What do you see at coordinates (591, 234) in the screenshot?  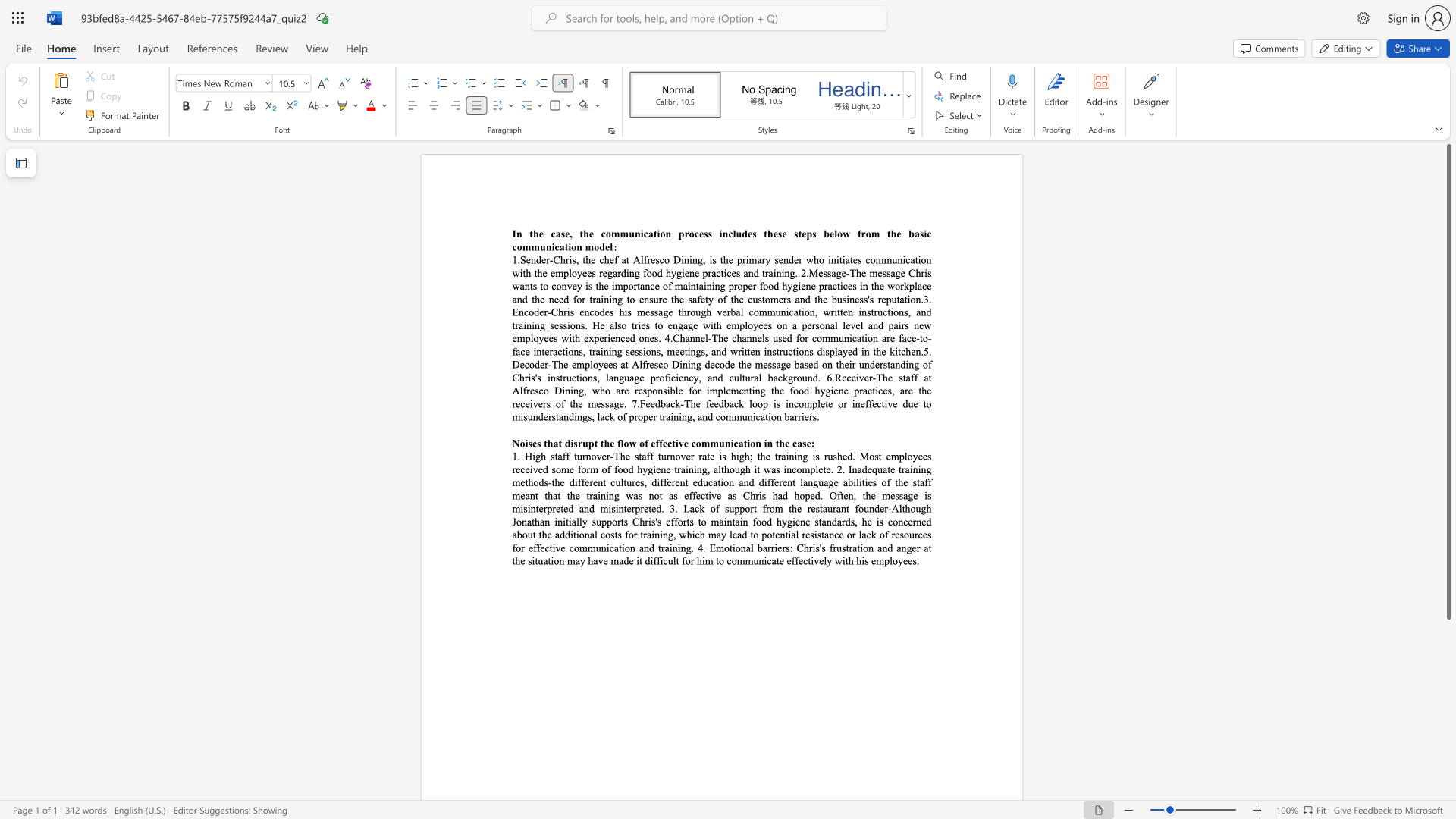 I see `the 3th character "e" in the text` at bounding box center [591, 234].